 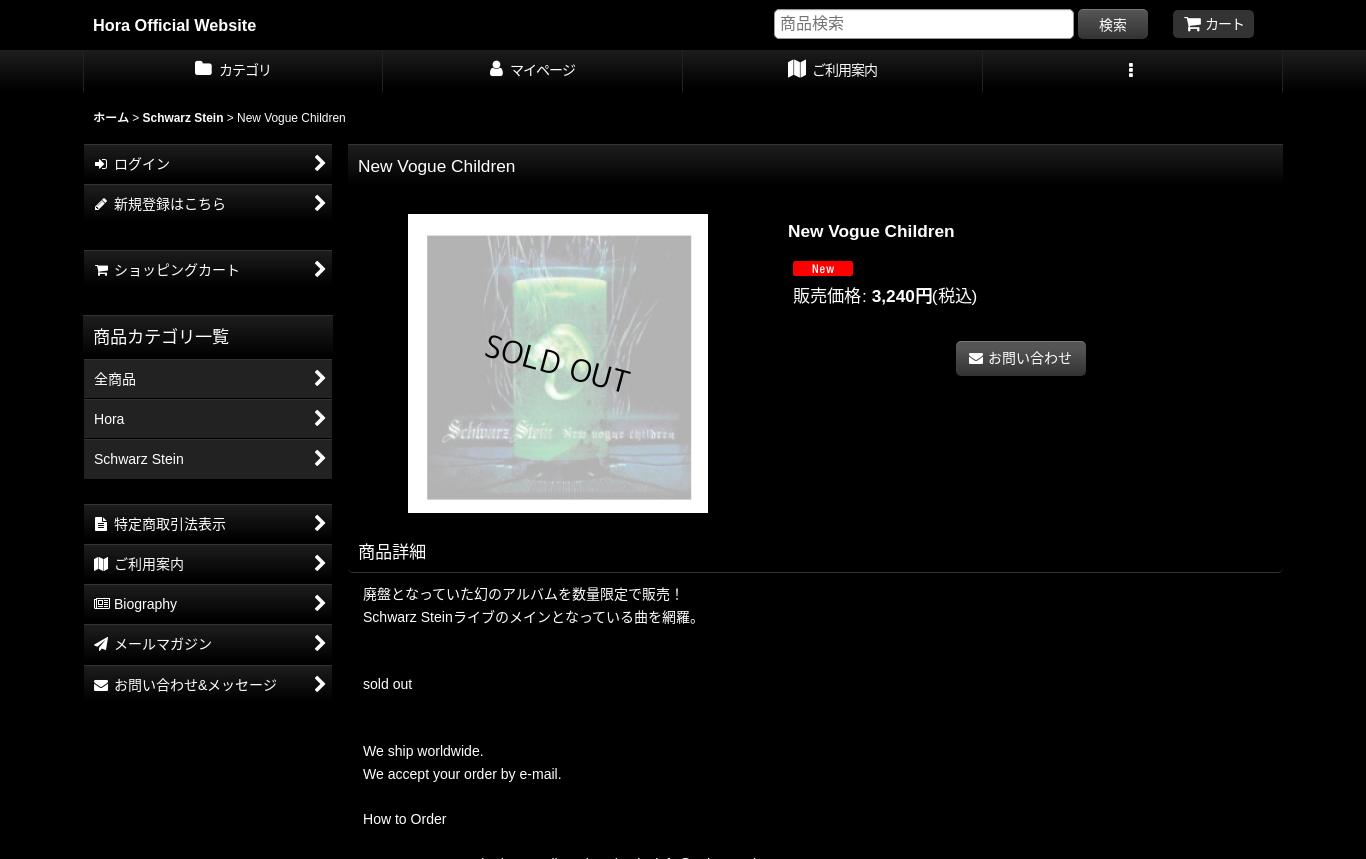 I want to click on '3,240円', so click(x=869, y=296).